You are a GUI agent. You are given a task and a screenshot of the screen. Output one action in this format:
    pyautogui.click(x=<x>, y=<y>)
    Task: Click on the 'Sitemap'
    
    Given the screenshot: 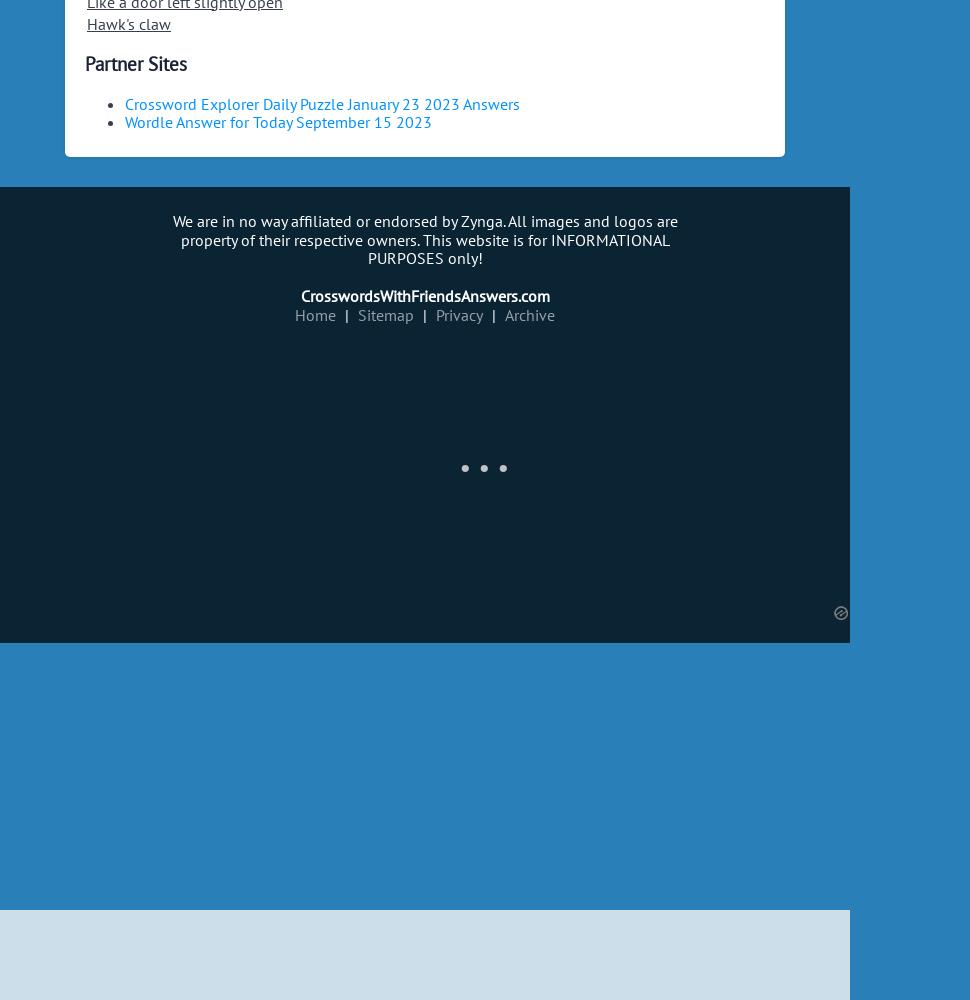 What is the action you would take?
    pyautogui.click(x=357, y=313)
    